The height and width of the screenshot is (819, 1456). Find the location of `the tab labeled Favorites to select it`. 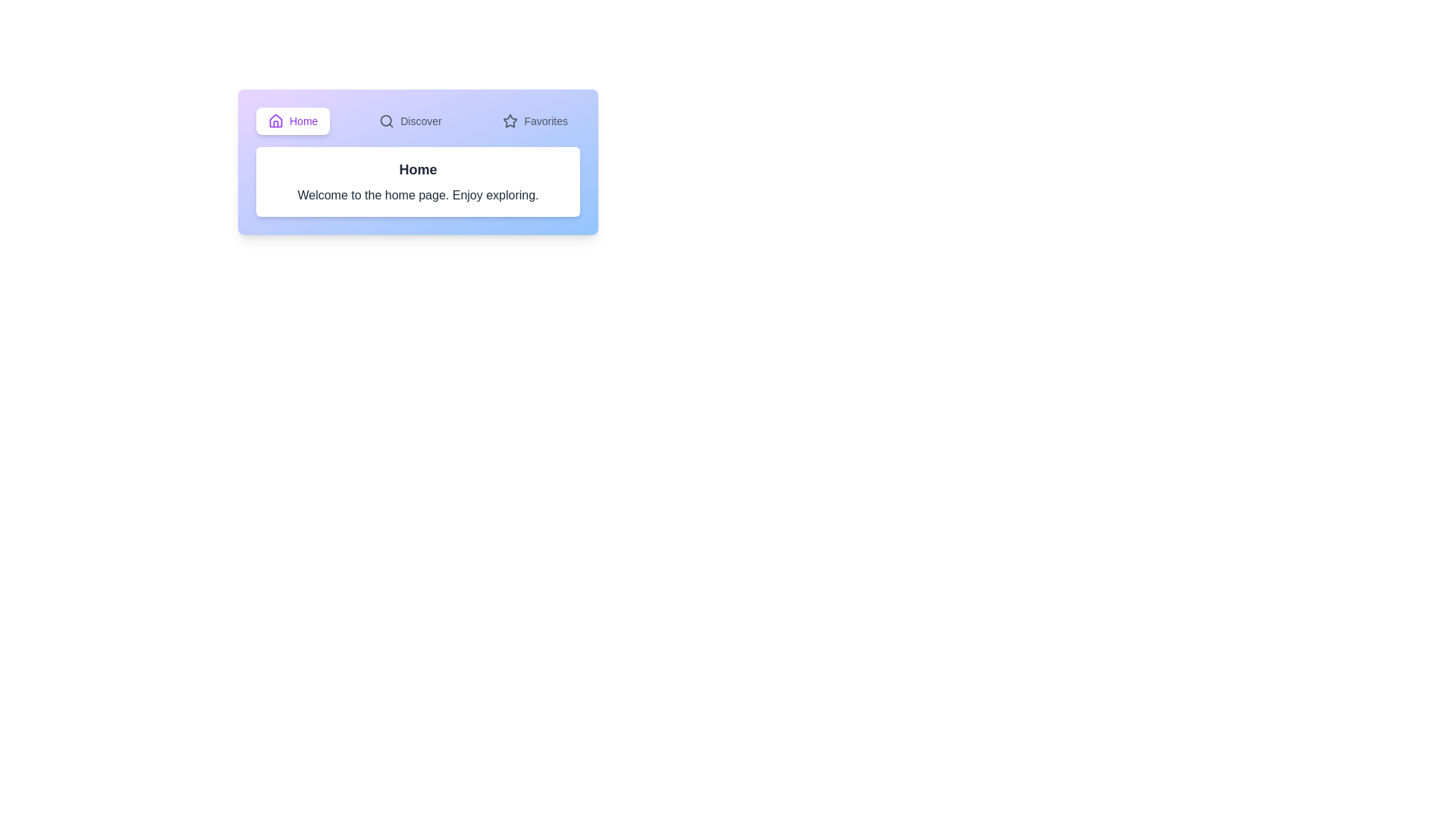

the tab labeled Favorites to select it is located at coordinates (535, 120).